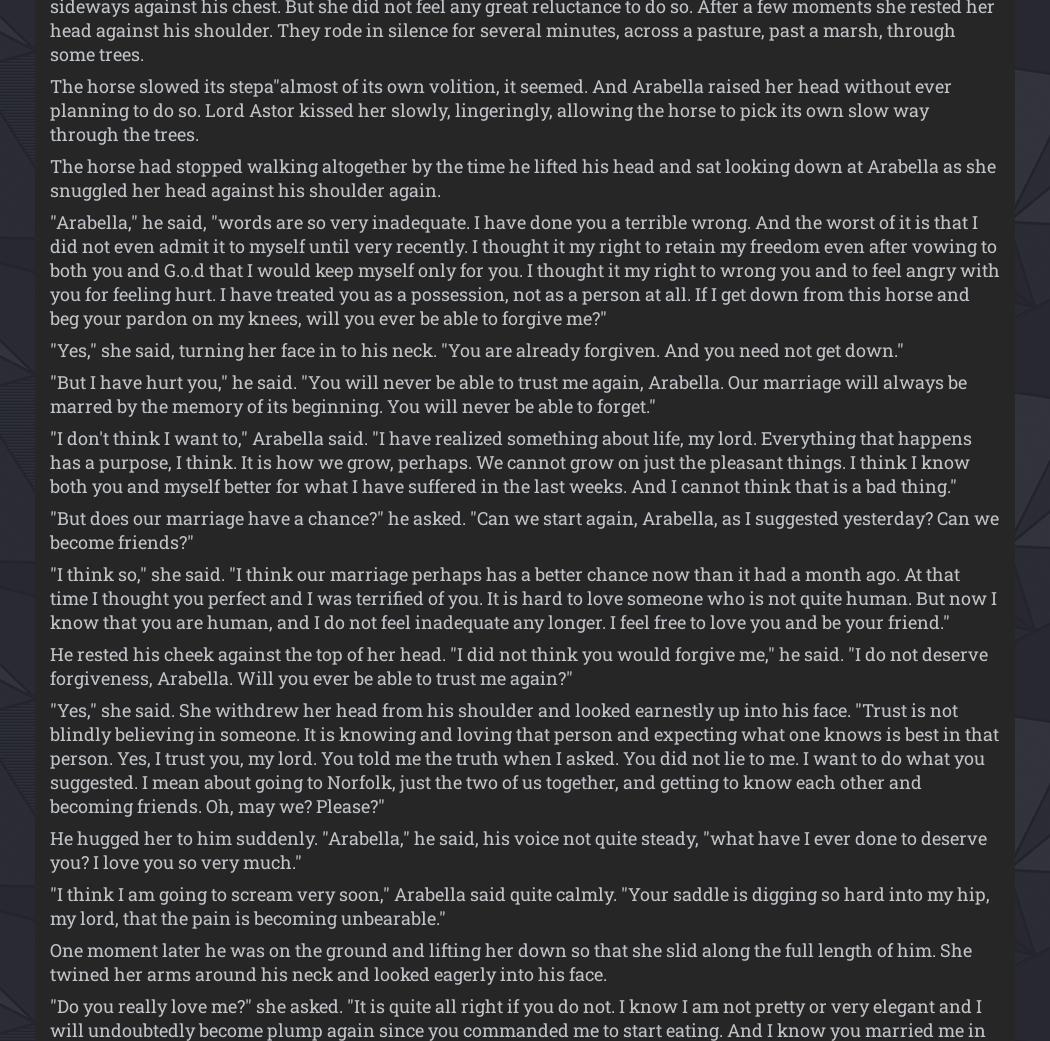  What do you see at coordinates (507, 392) in the screenshot?
I see `'"But I have hurt you," he said. "You will never be able to trust me again, Arabella. Our marriage will always be marred by the memory of its beginning. You will never be able to forget."'` at bounding box center [507, 392].